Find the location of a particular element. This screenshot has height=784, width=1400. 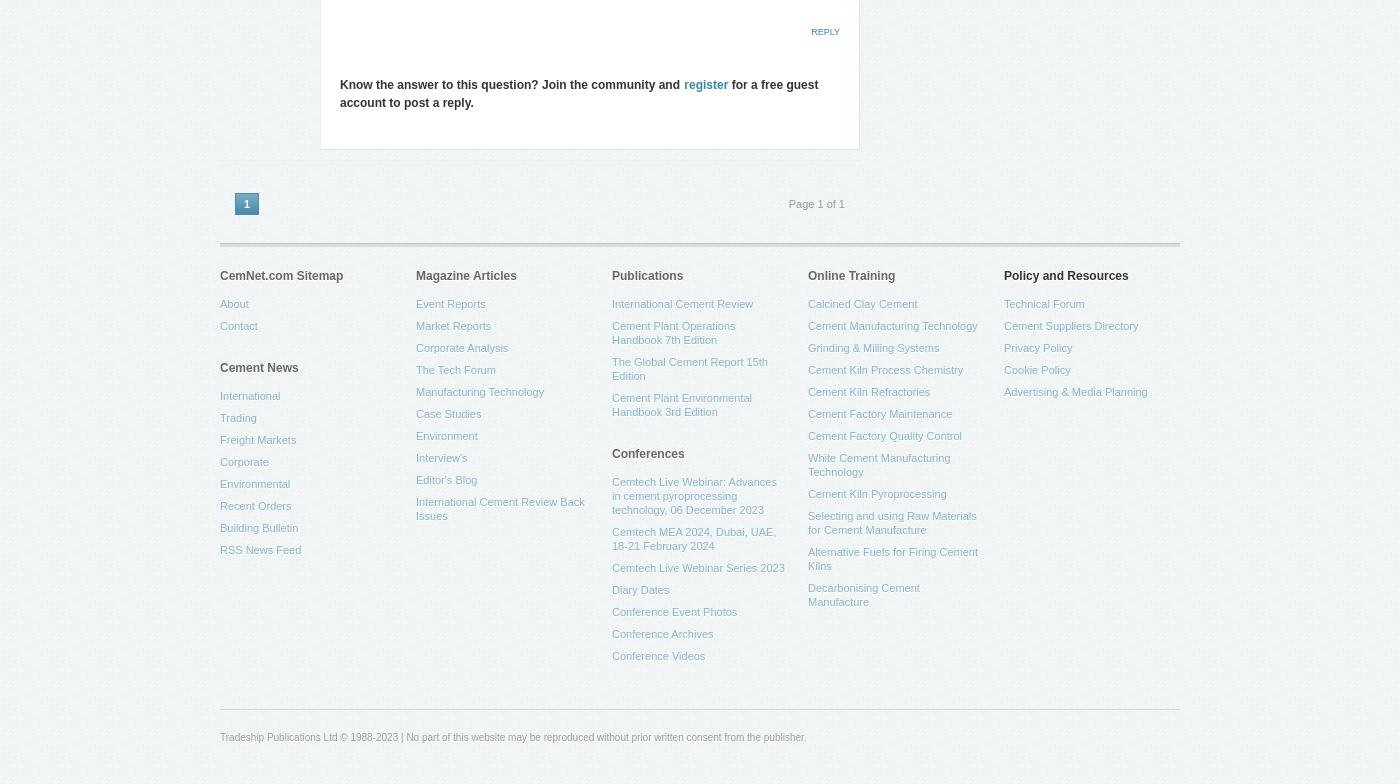

'Alternative Fuels for Firing Cement Kilns' is located at coordinates (892, 558).